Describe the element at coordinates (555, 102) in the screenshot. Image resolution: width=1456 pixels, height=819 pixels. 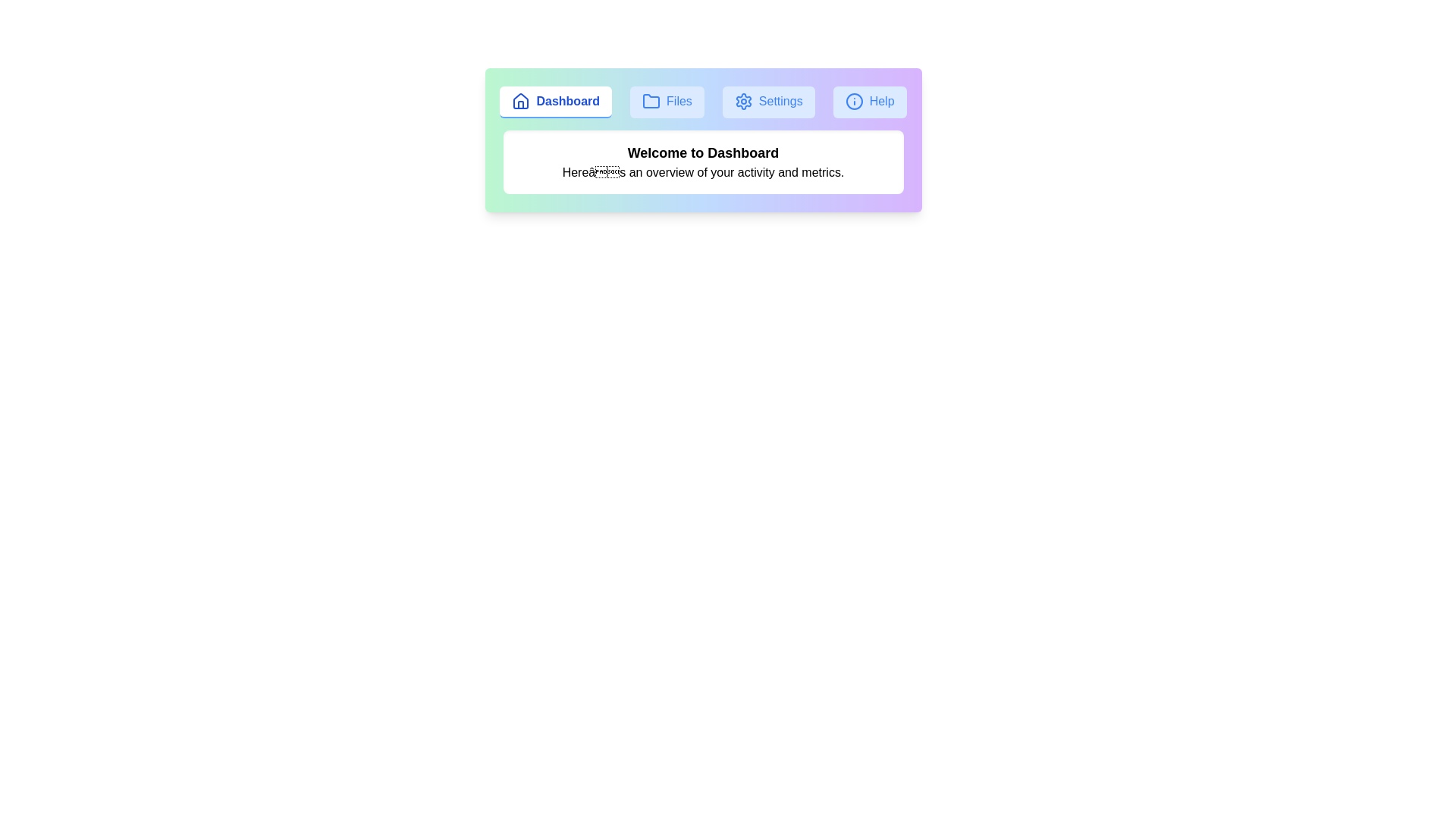
I see `the tab labeled Dashboard to observe its hover effect` at that location.